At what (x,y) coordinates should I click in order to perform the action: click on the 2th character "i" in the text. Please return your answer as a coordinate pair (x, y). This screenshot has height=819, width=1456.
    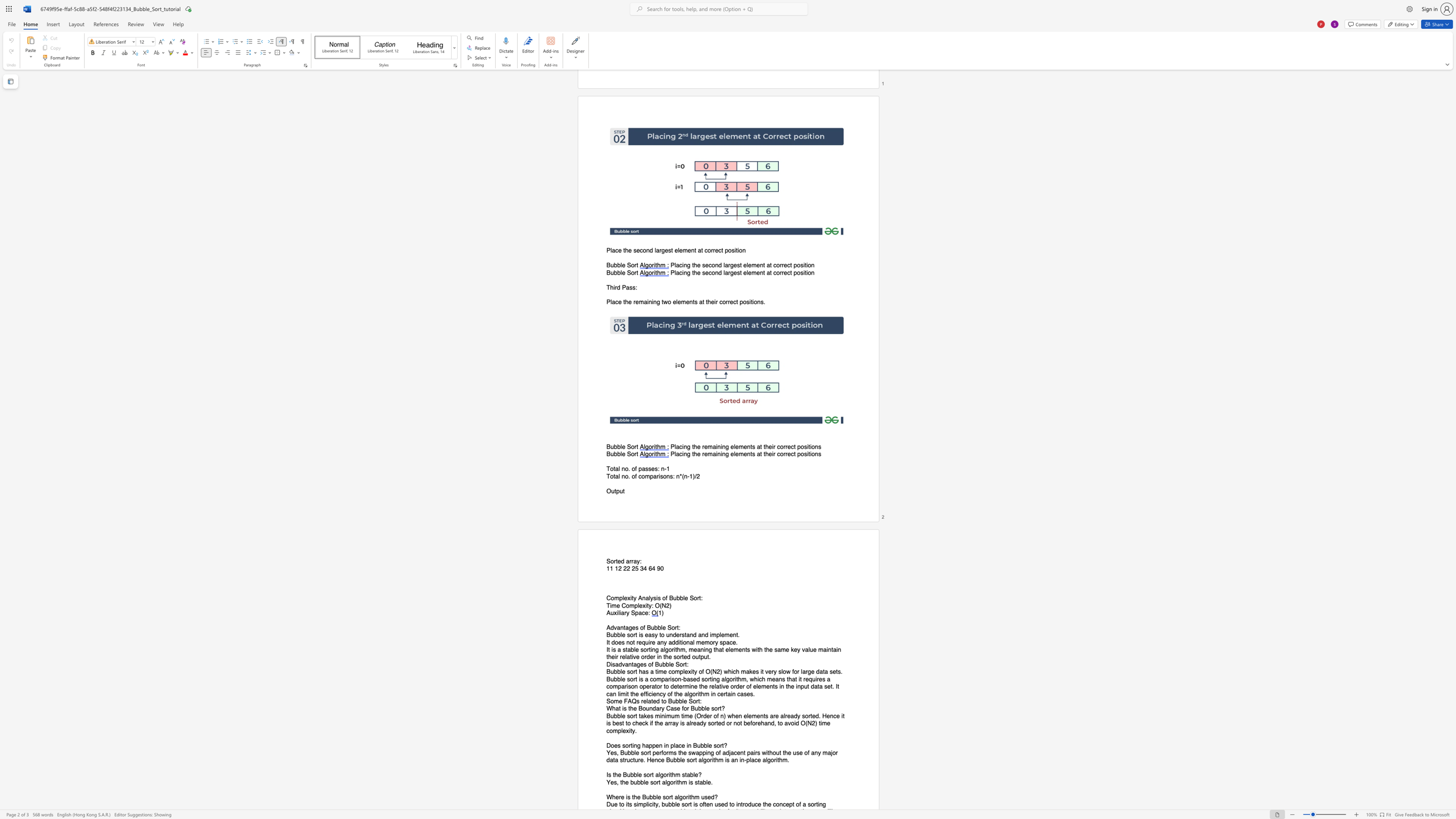
    Looking at the image, I should click on (689, 782).